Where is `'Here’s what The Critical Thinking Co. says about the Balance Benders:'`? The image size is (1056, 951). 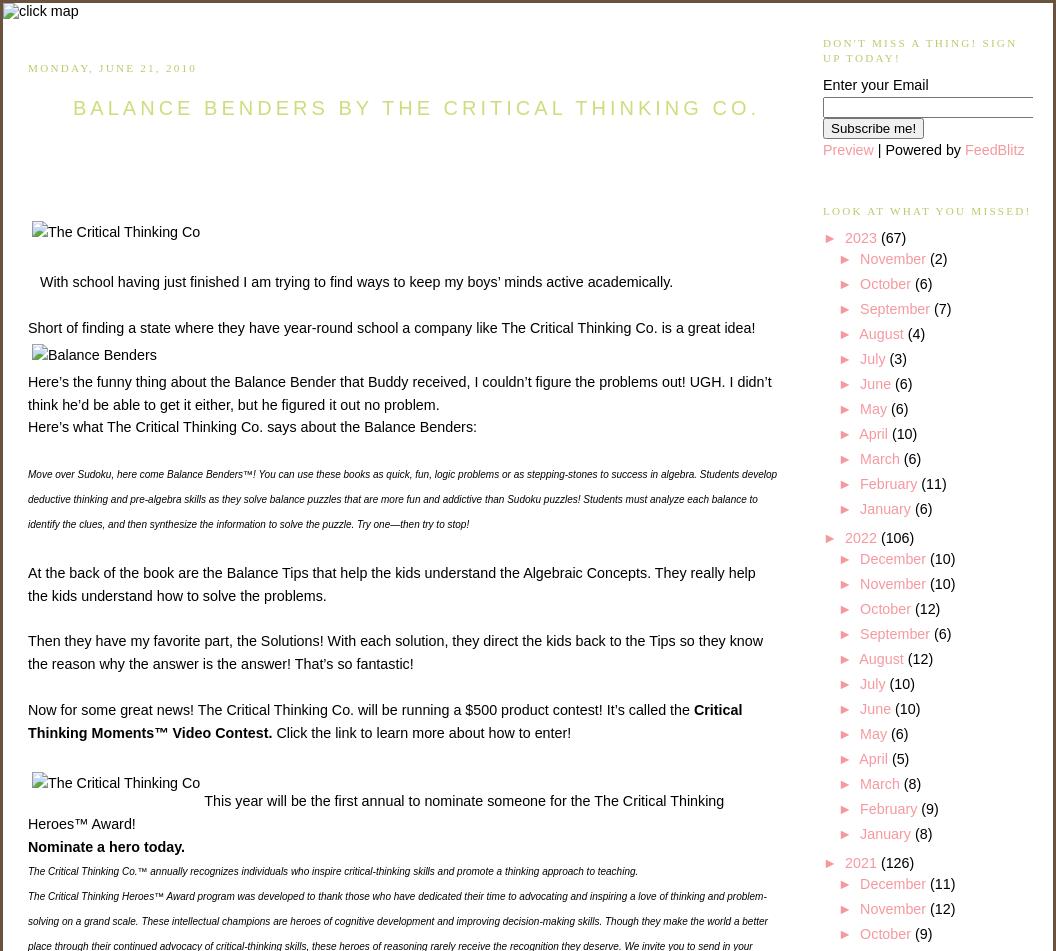 'Here’s what The Critical Thinking Co. says about the Balance Benders:' is located at coordinates (251, 426).